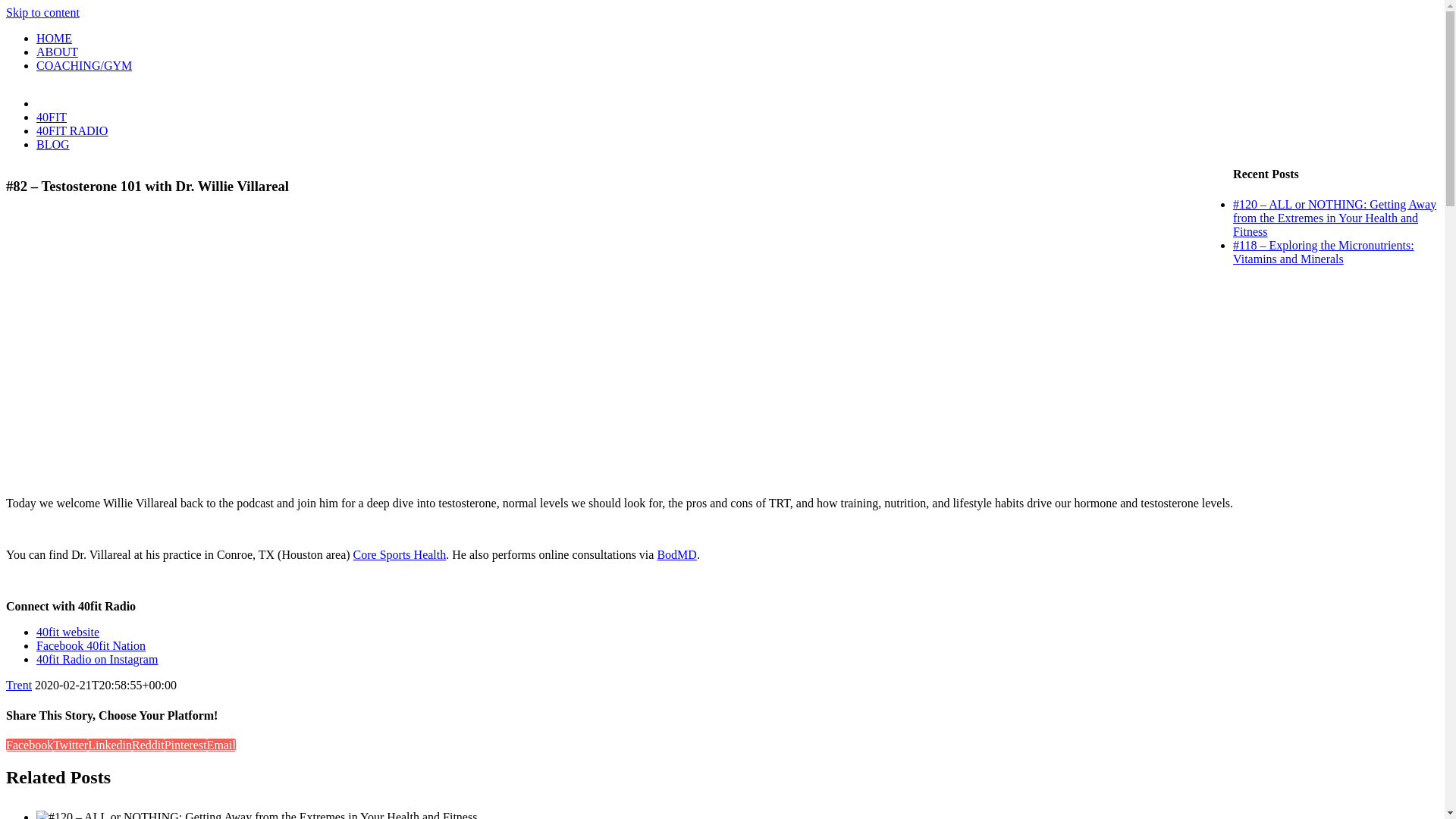 The height and width of the screenshot is (819, 1456). I want to click on 'Twitter', so click(69, 744).